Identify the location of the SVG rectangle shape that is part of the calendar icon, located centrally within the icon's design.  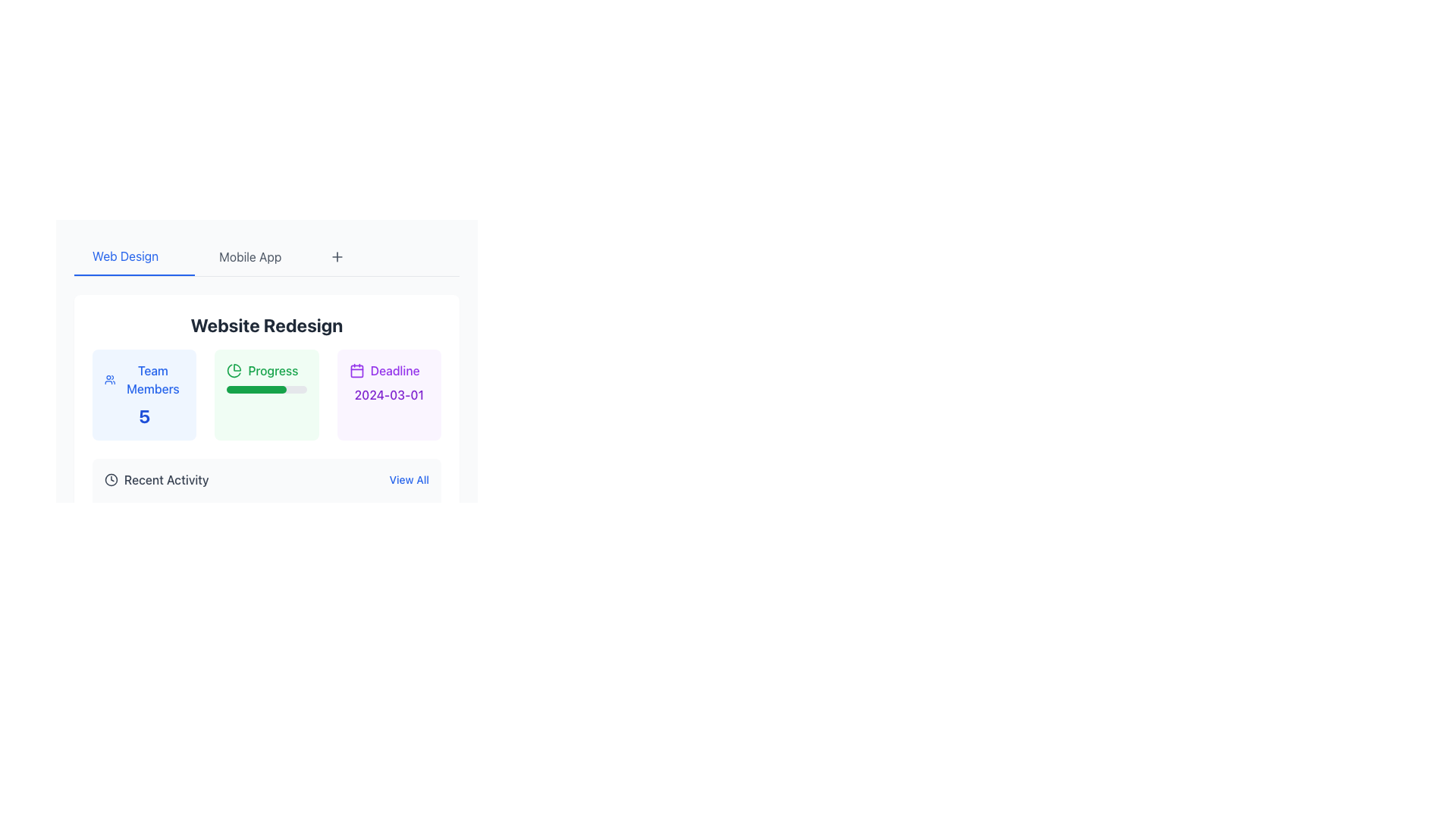
(356, 371).